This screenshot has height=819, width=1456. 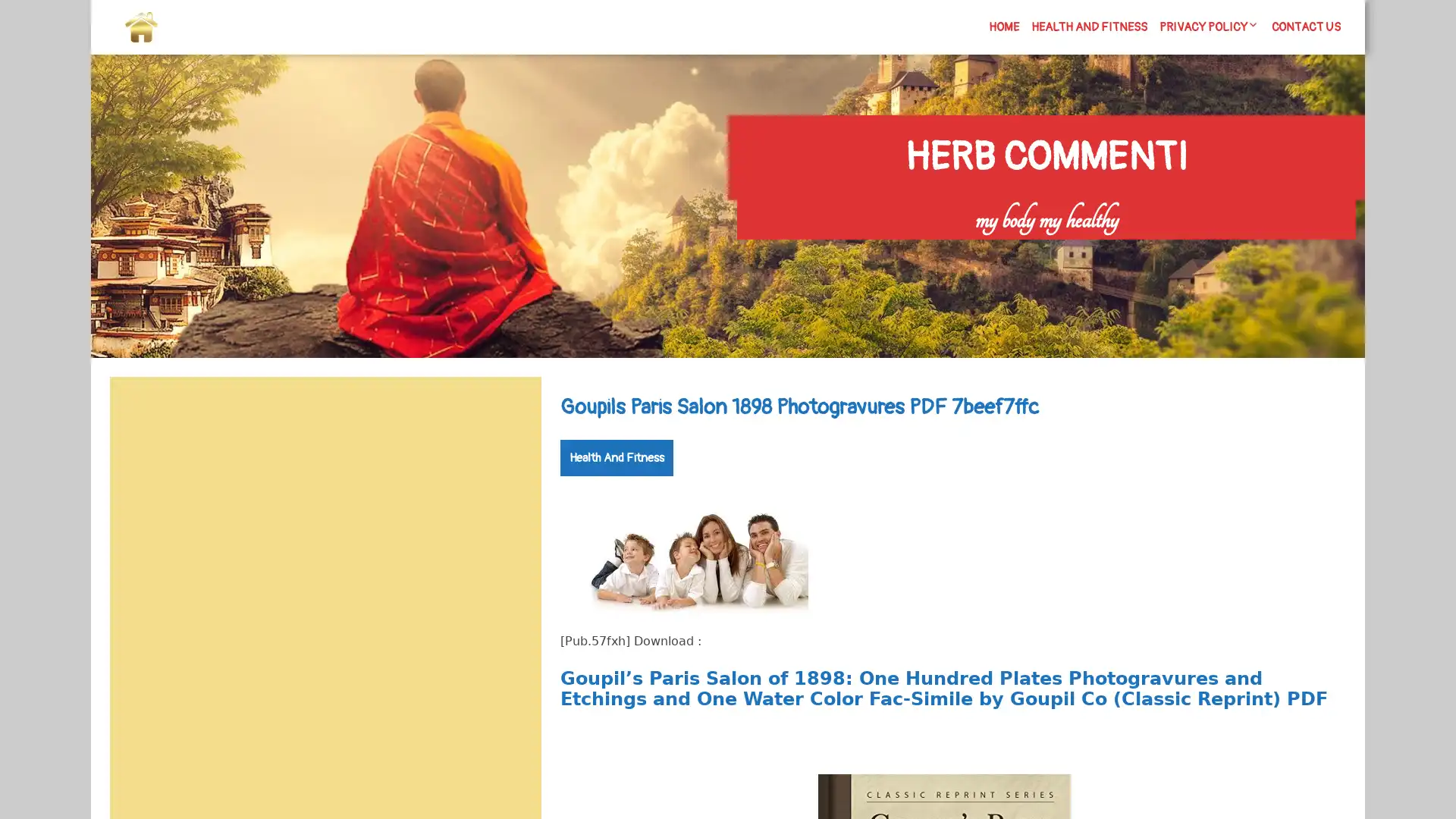 I want to click on Search, so click(x=1181, y=248).